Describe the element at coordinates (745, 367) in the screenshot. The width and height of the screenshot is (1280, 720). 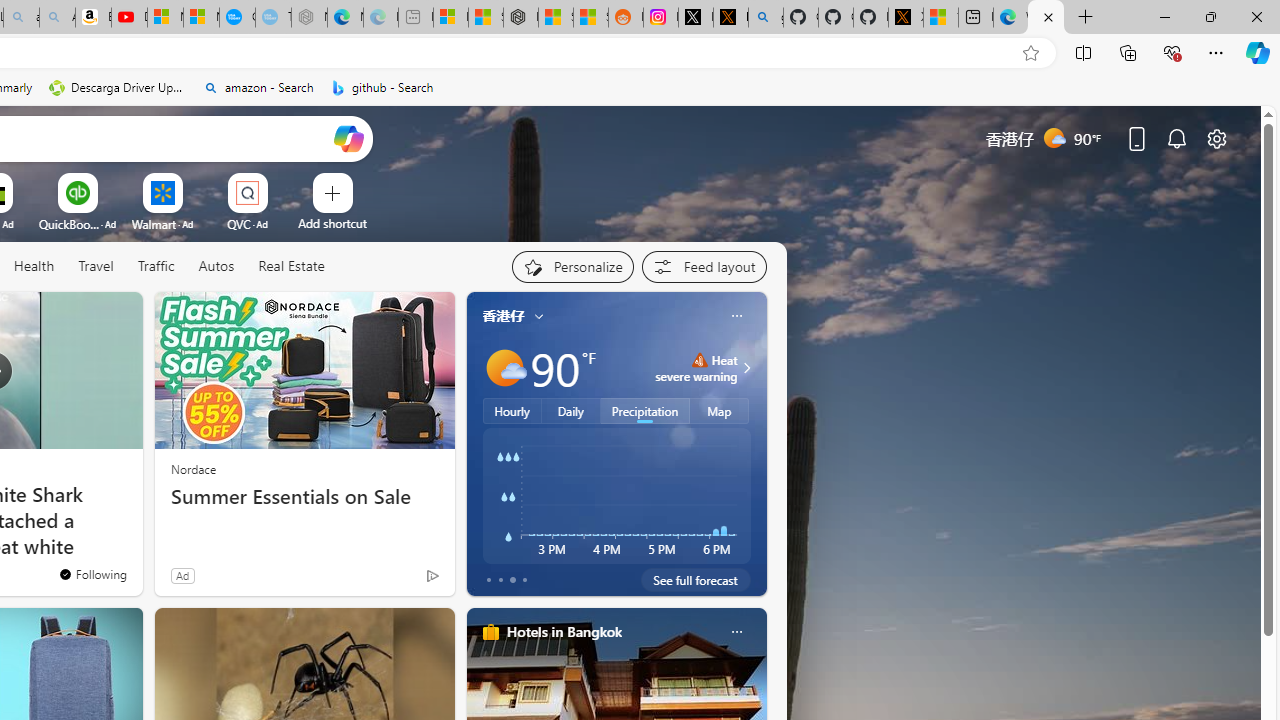
I see `'Class: weather-arrow-glyph'` at that location.